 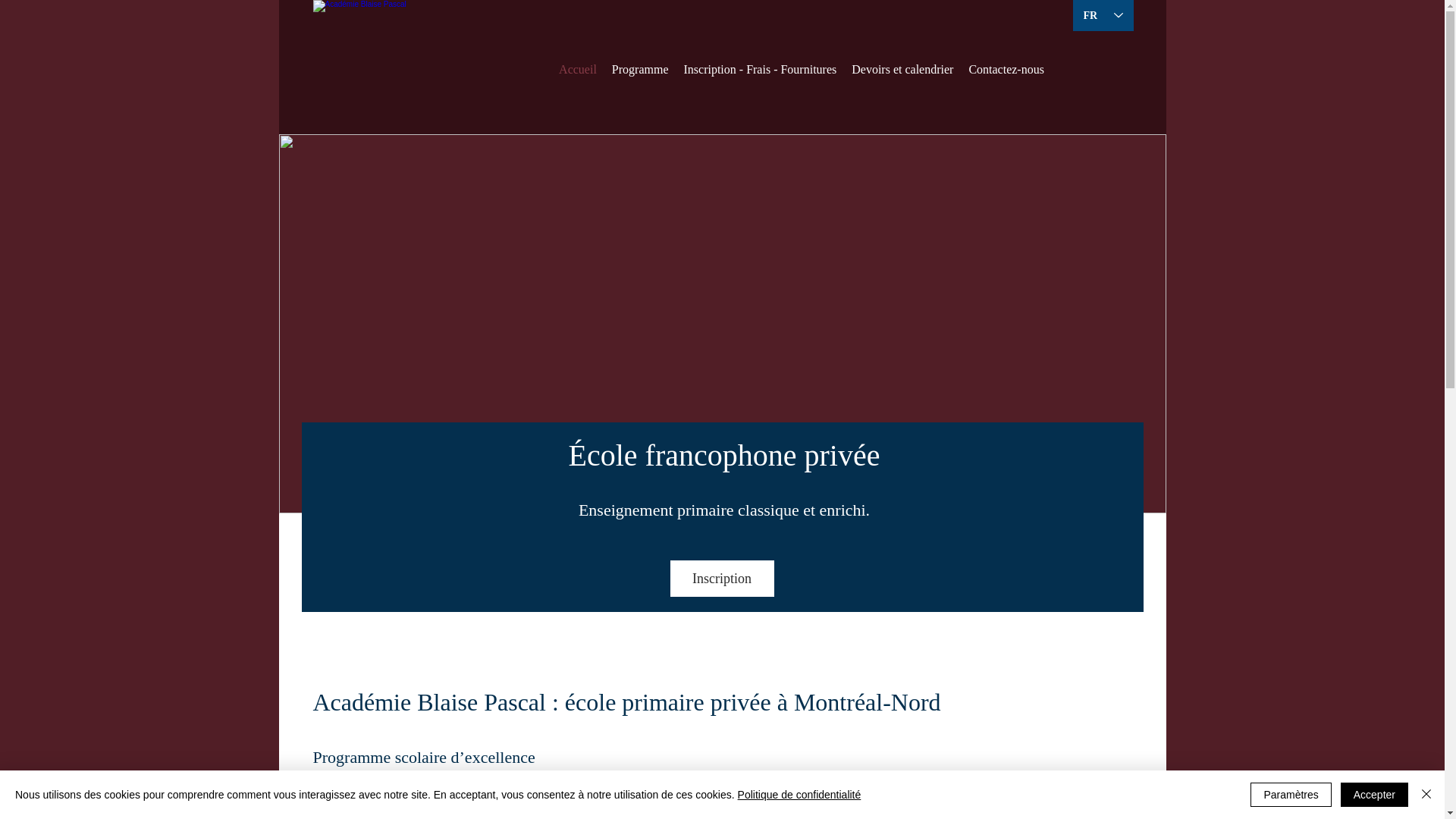 I want to click on 'Devoirs et calendrier', so click(x=902, y=69).